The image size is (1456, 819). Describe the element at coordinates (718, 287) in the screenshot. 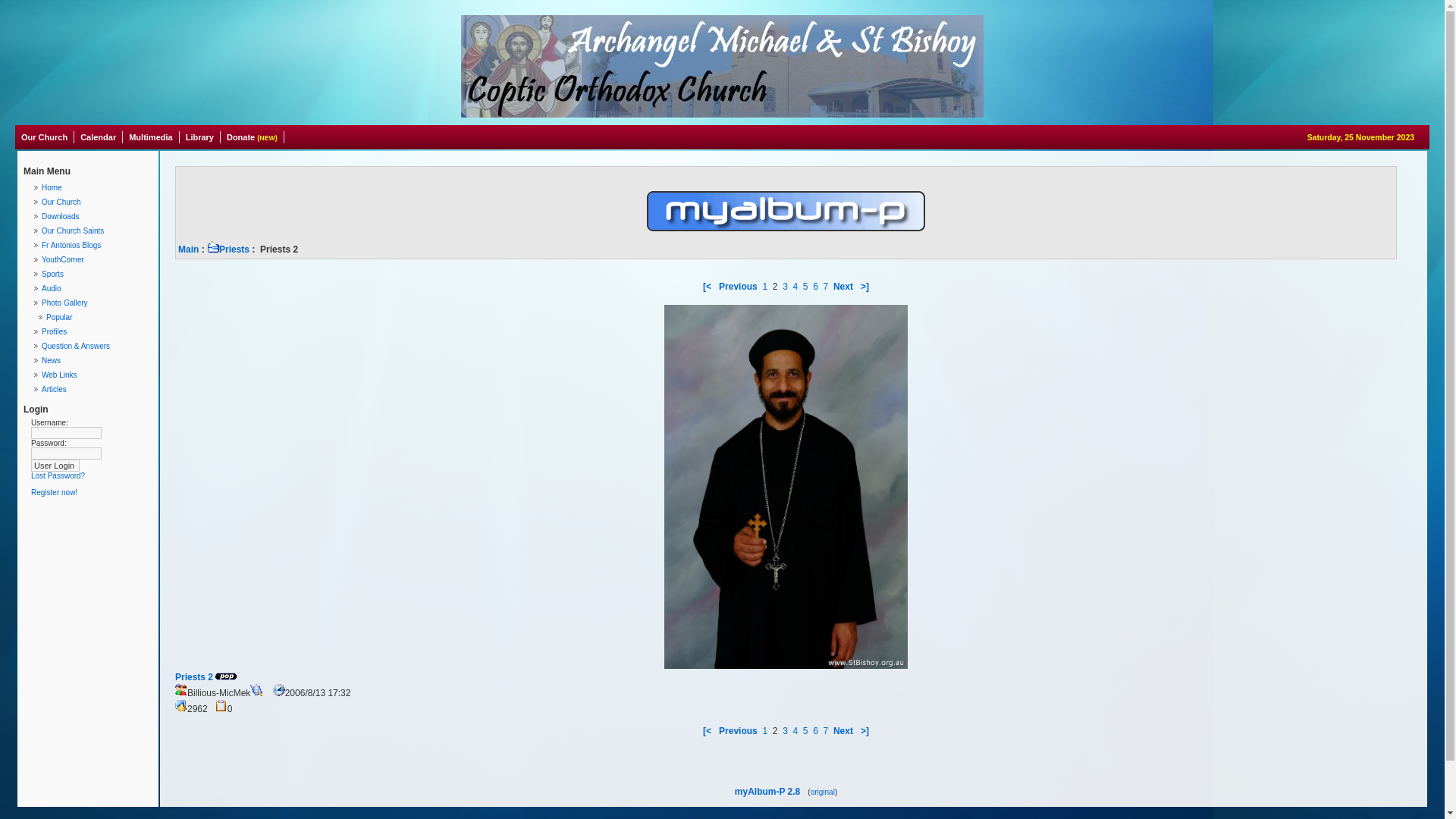

I see `'Previous'` at that location.